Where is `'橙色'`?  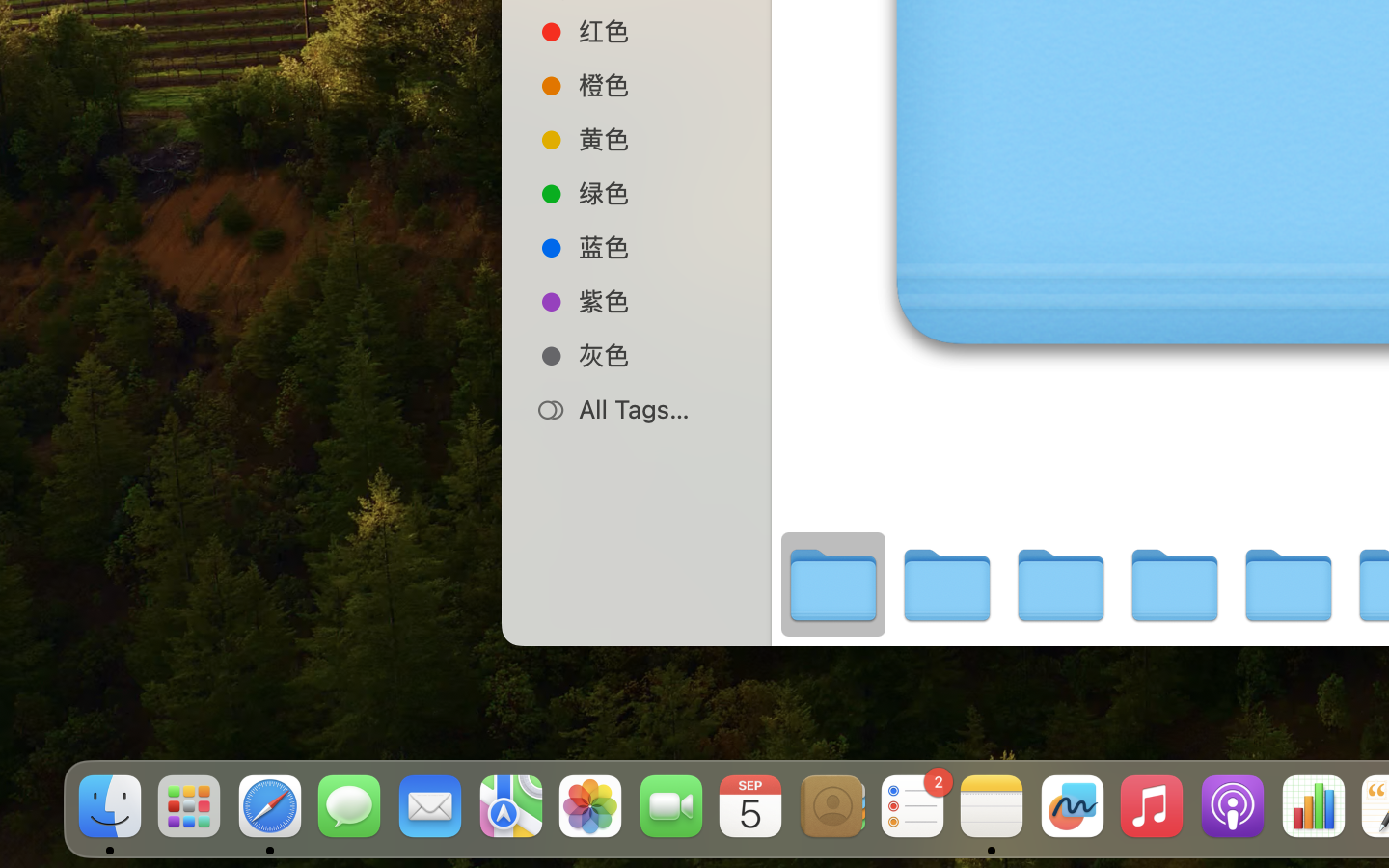
'橙色' is located at coordinates (656, 84).